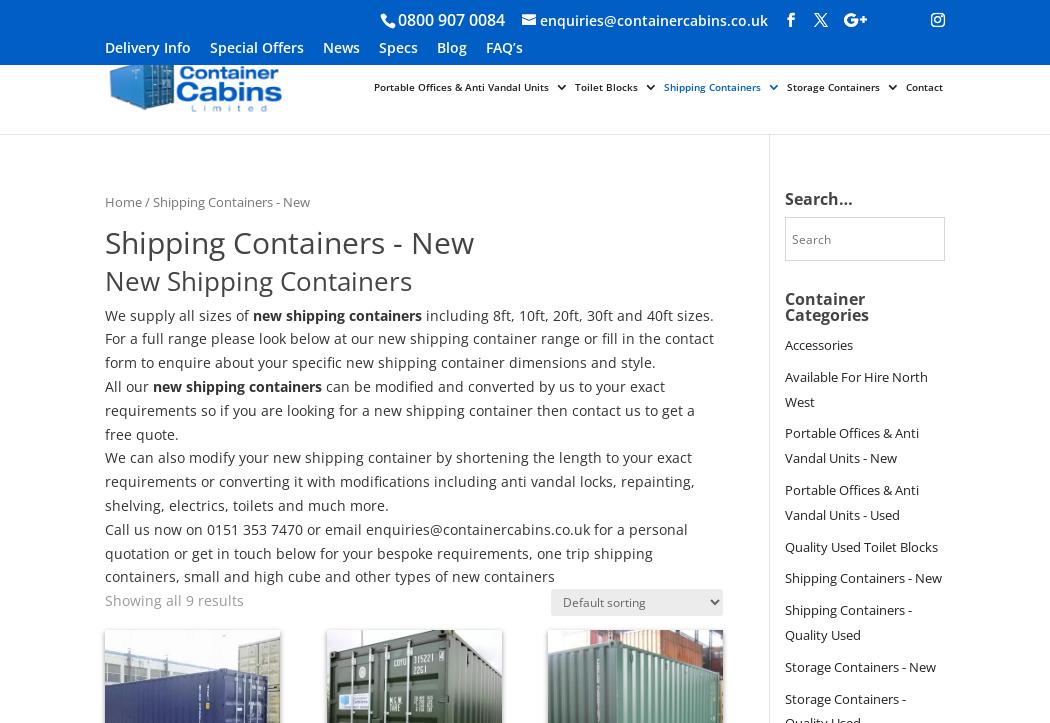 Image resolution: width=1050 pixels, height=723 pixels. What do you see at coordinates (512, 233) in the screenshot?
I see `'New Portable Offices & Anti Vandal Units'` at bounding box center [512, 233].